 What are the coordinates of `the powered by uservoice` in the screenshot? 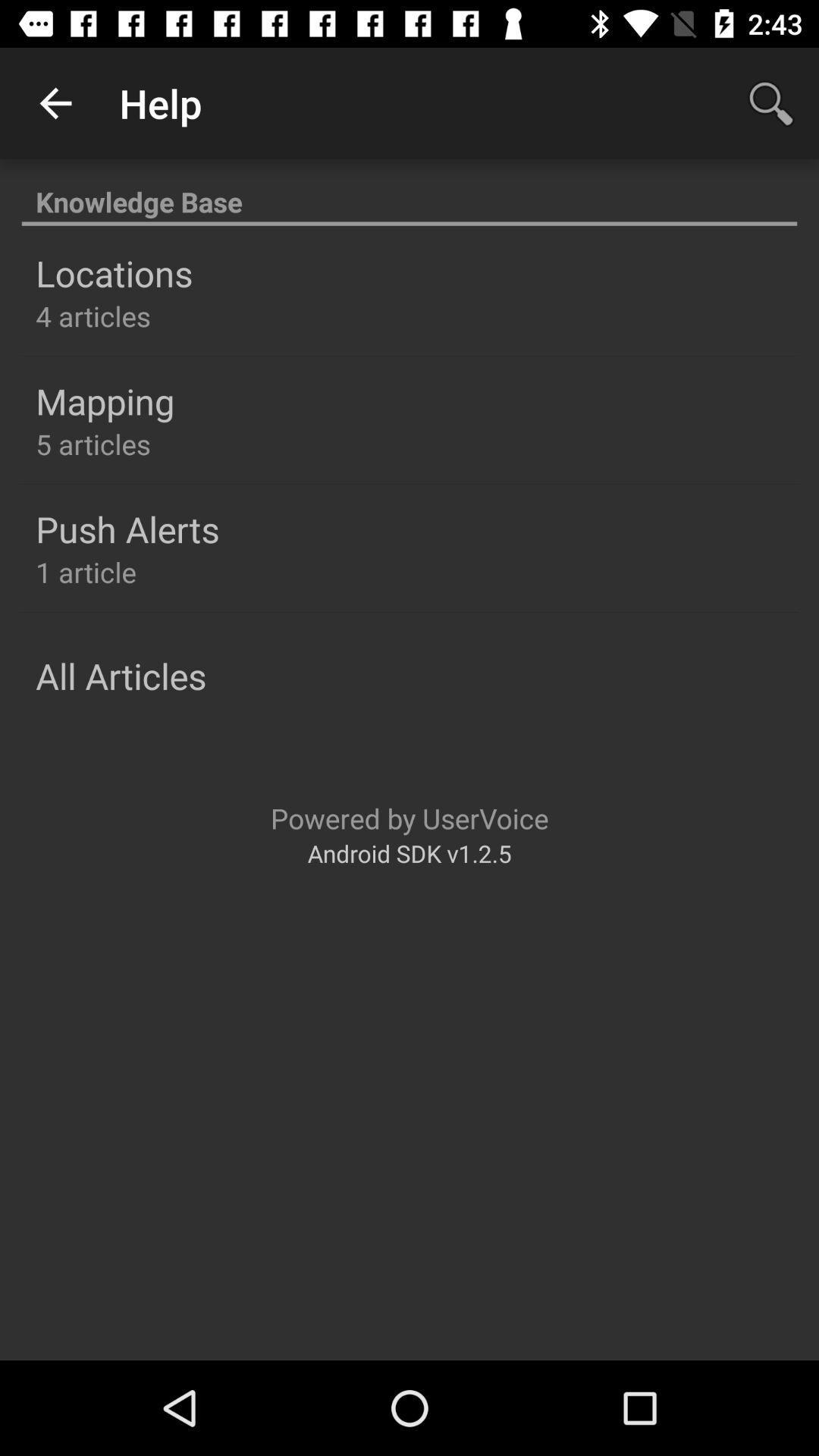 It's located at (409, 817).